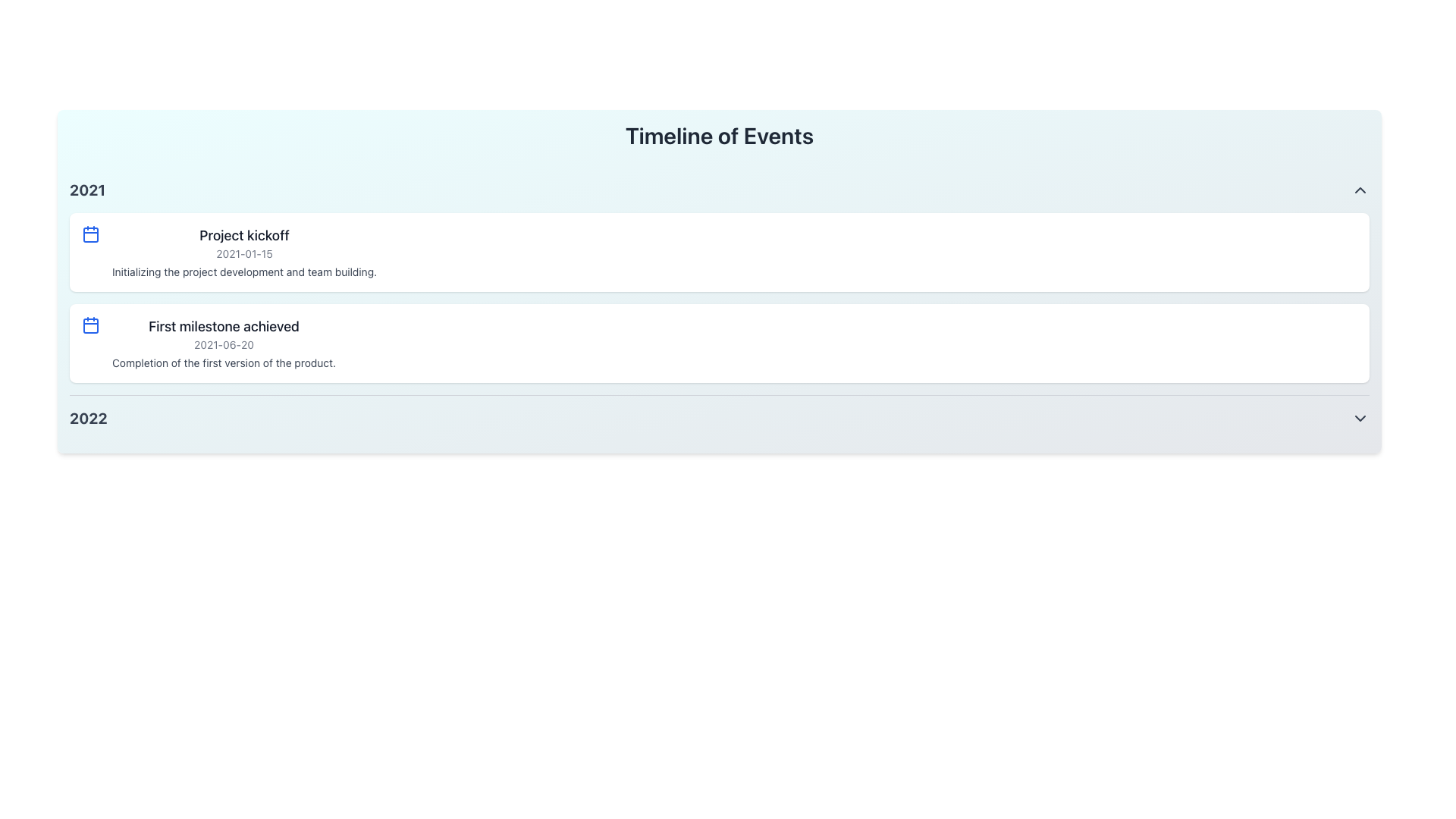 The width and height of the screenshot is (1456, 819). I want to click on the second milestone list item in the 'Timeline of Events' for 2021, so click(223, 343).